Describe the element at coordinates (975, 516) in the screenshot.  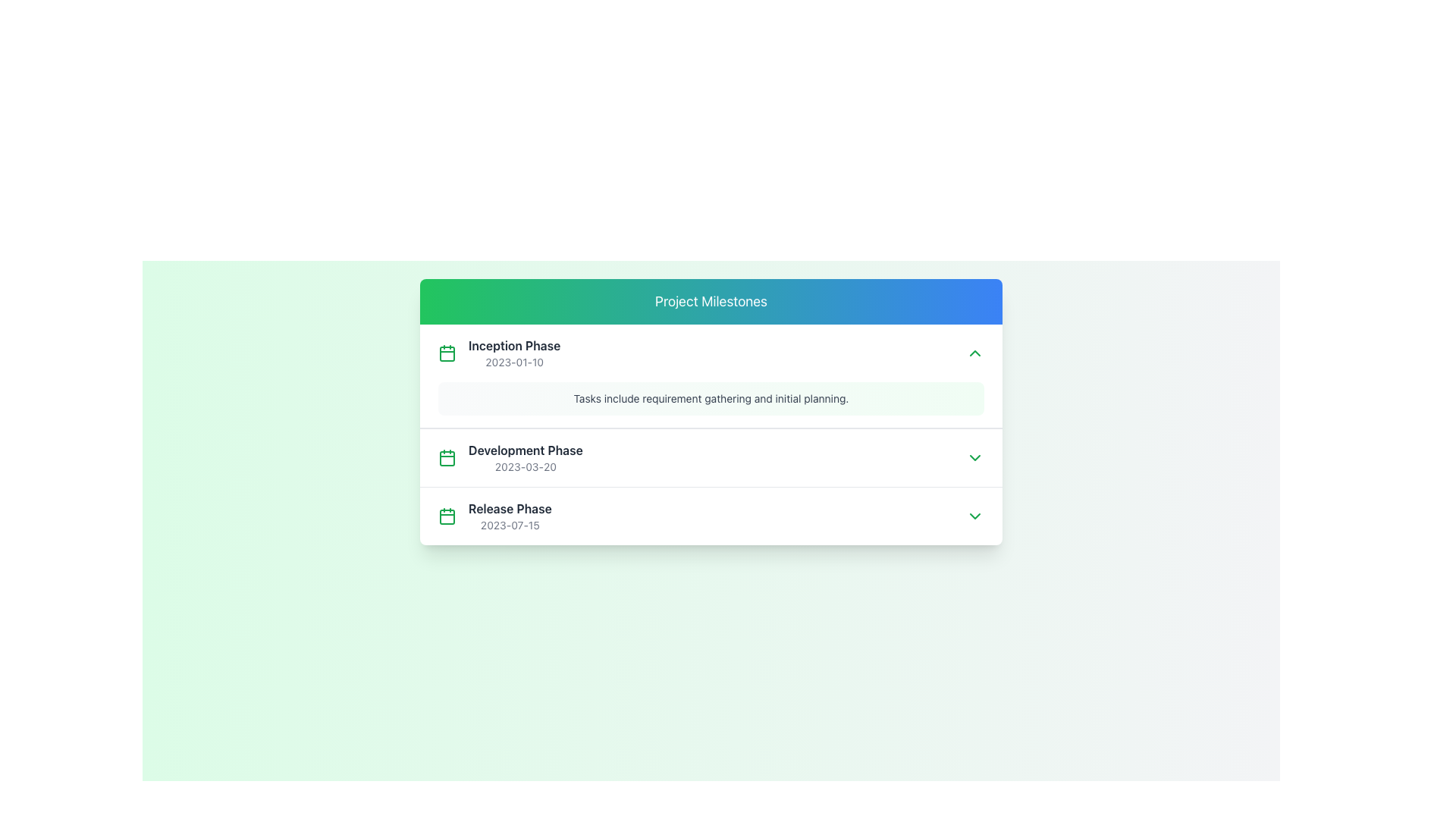
I see `the chevron icon at the bottom right corner of the 'Release Phase' section` at that location.